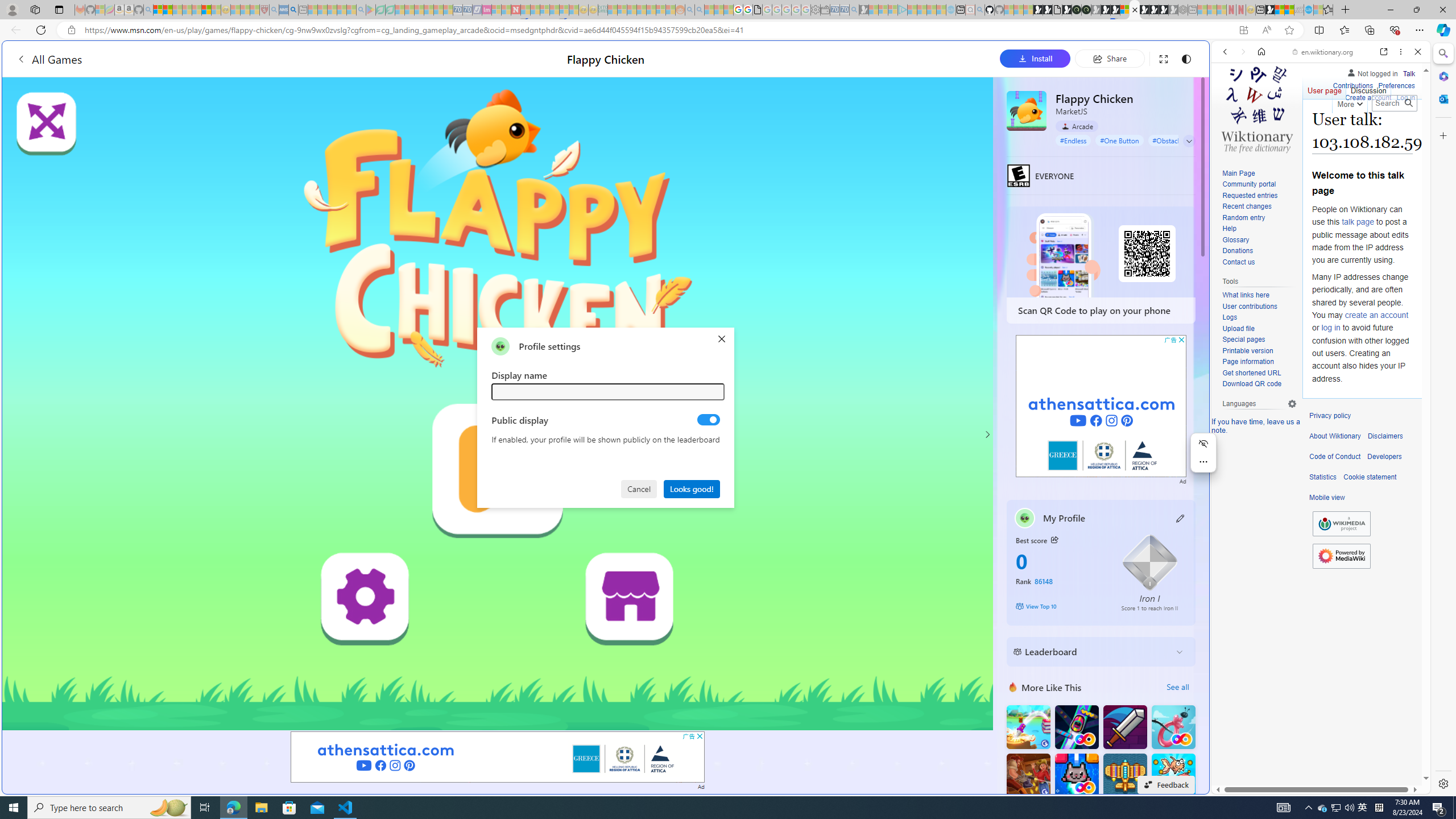 The height and width of the screenshot is (819, 1456). What do you see at coordinates (1384, 457) in the screenshot?
I see `'Developers'` at bounding box center [1384, 457].